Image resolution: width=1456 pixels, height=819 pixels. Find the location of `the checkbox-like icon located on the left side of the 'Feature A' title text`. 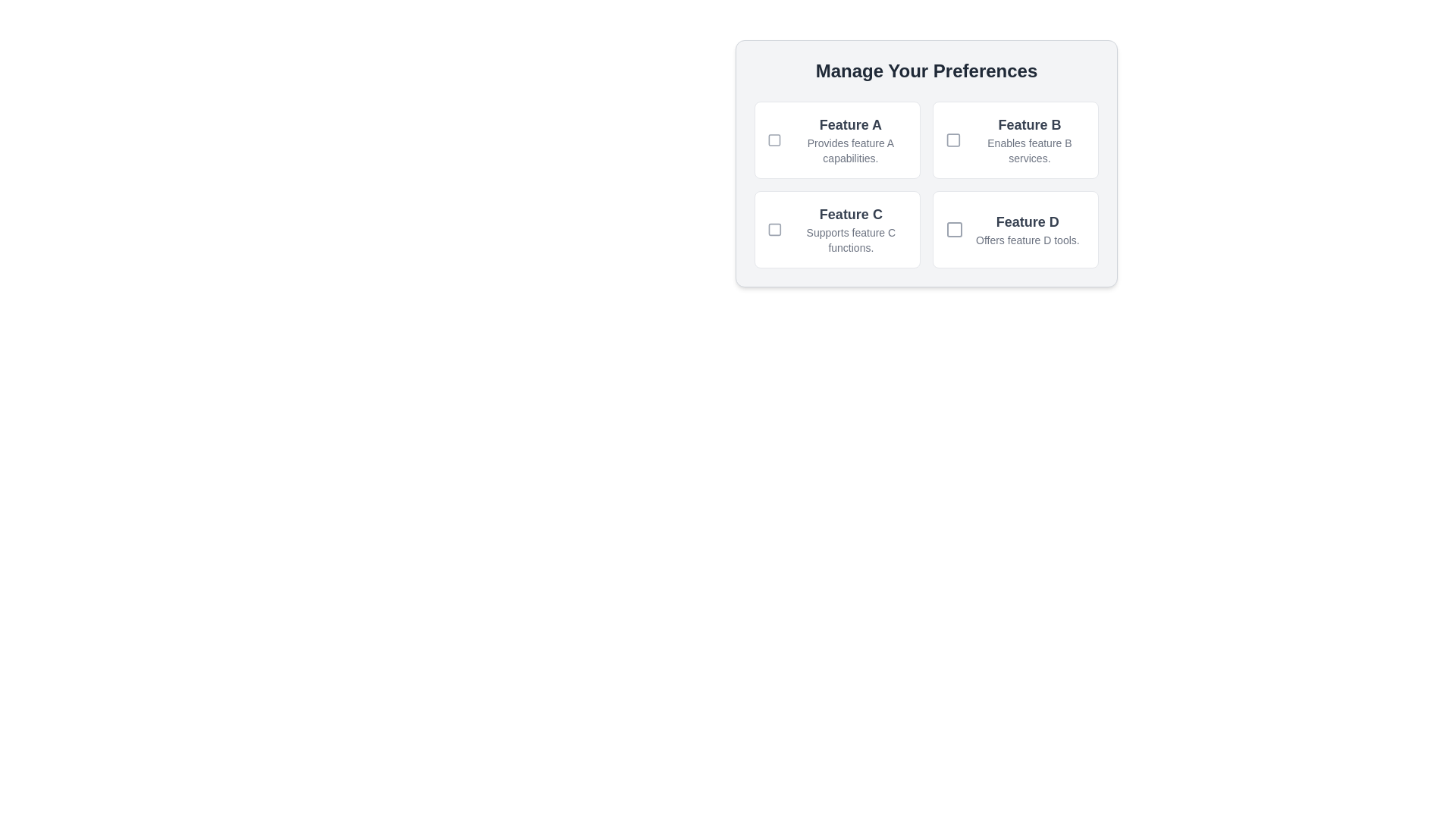

the checkbox-like icon located on the left side of the 'Feature A' title text is located at coordinates (774, 140).